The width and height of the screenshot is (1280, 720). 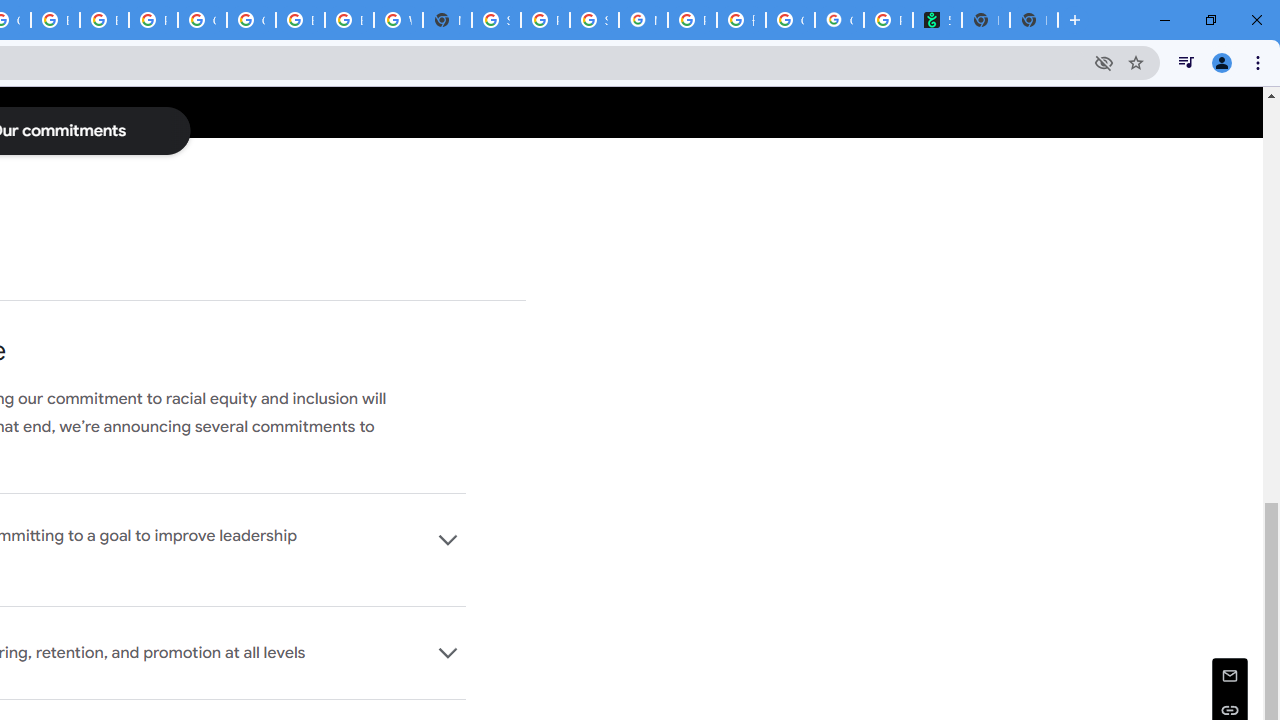 I want to click on 'Share this page (Email)', so click(x=1229, y=675).